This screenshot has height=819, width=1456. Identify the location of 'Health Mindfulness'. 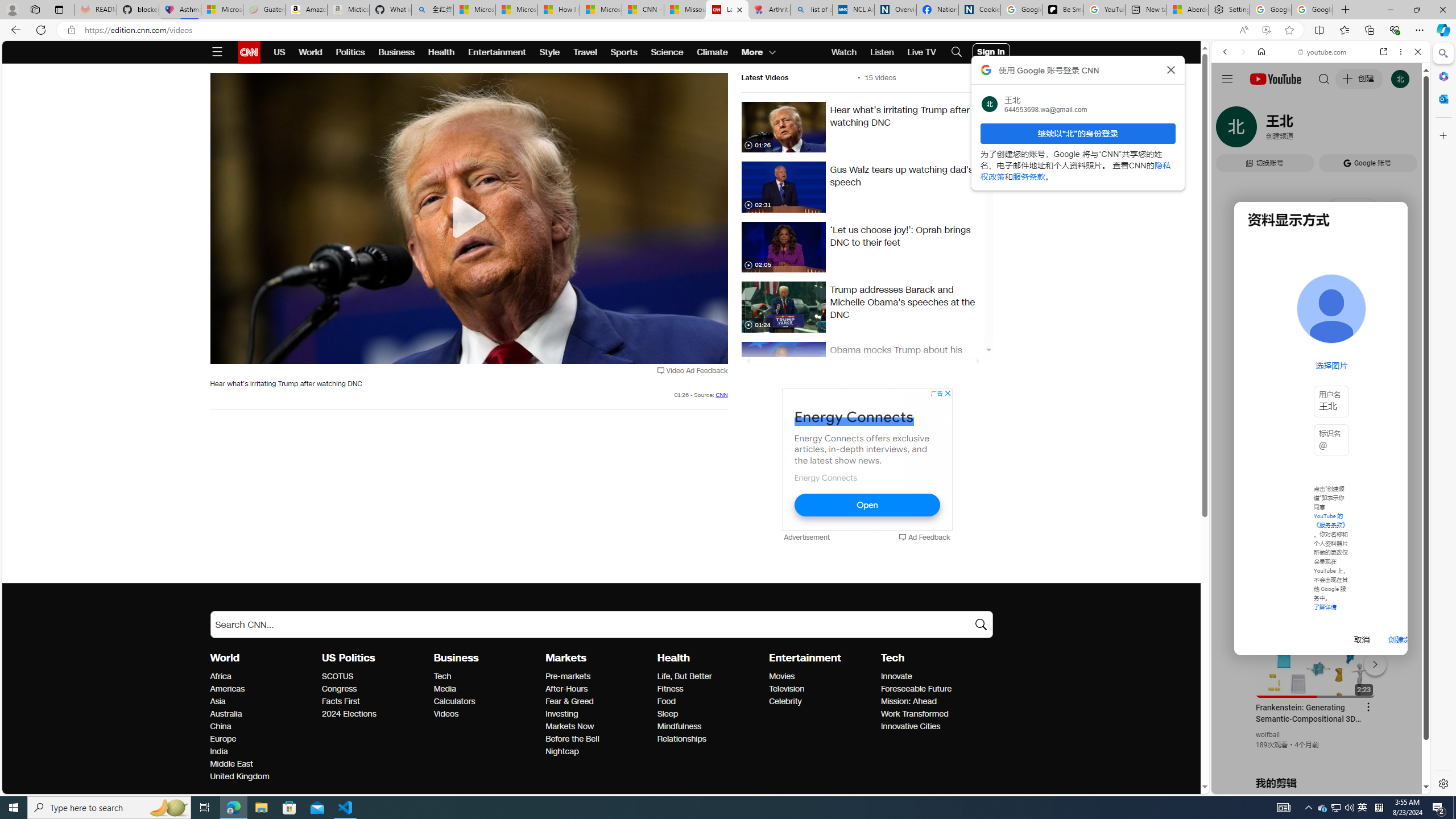
(679, 727).